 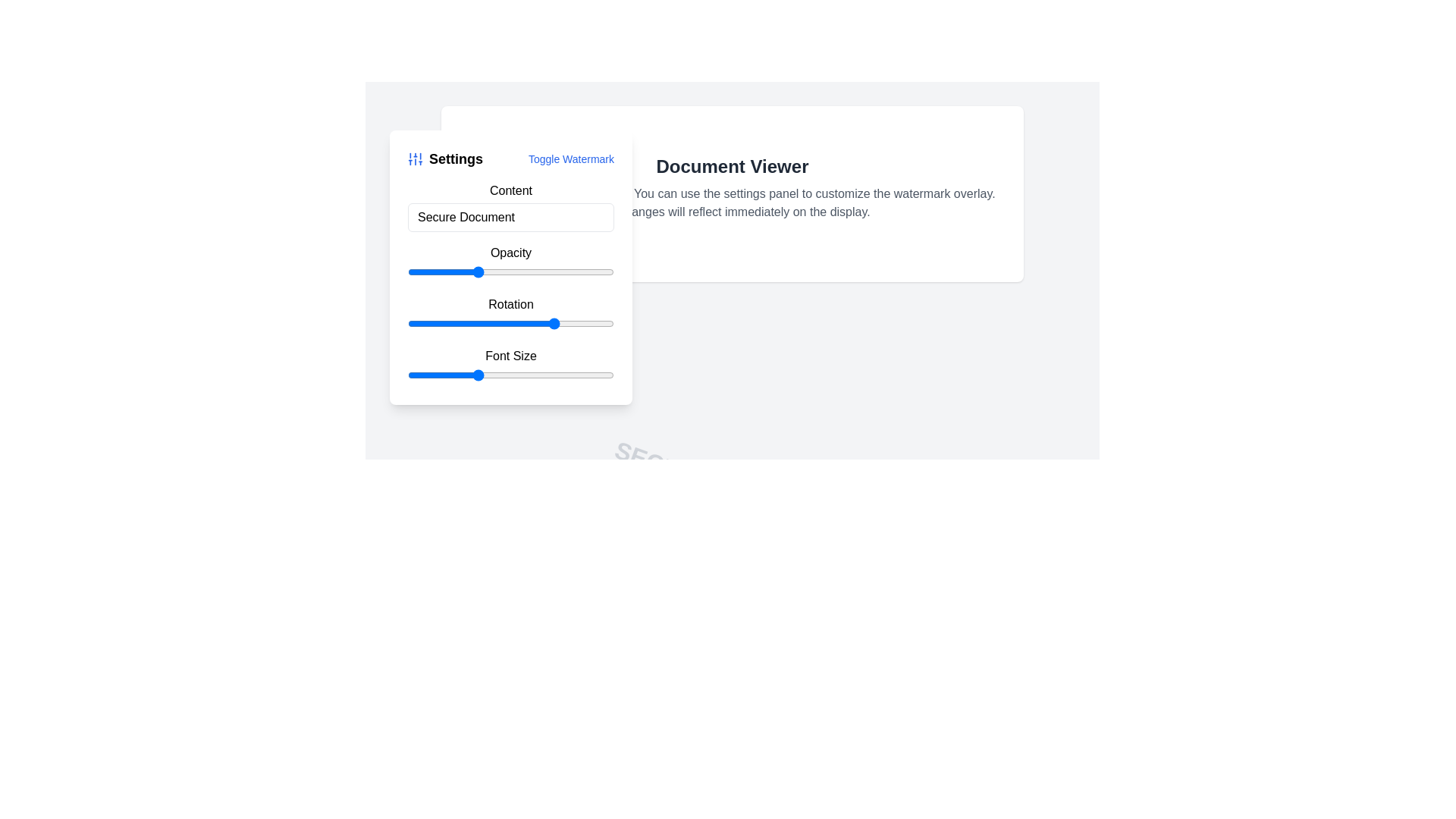 What do you see at coordinates (415, 158) in the screenshot?
I see `the decorative icon located in the top-left corner of the settings panel, which signifies adjustable parameters` at bounding box center [415, 158].